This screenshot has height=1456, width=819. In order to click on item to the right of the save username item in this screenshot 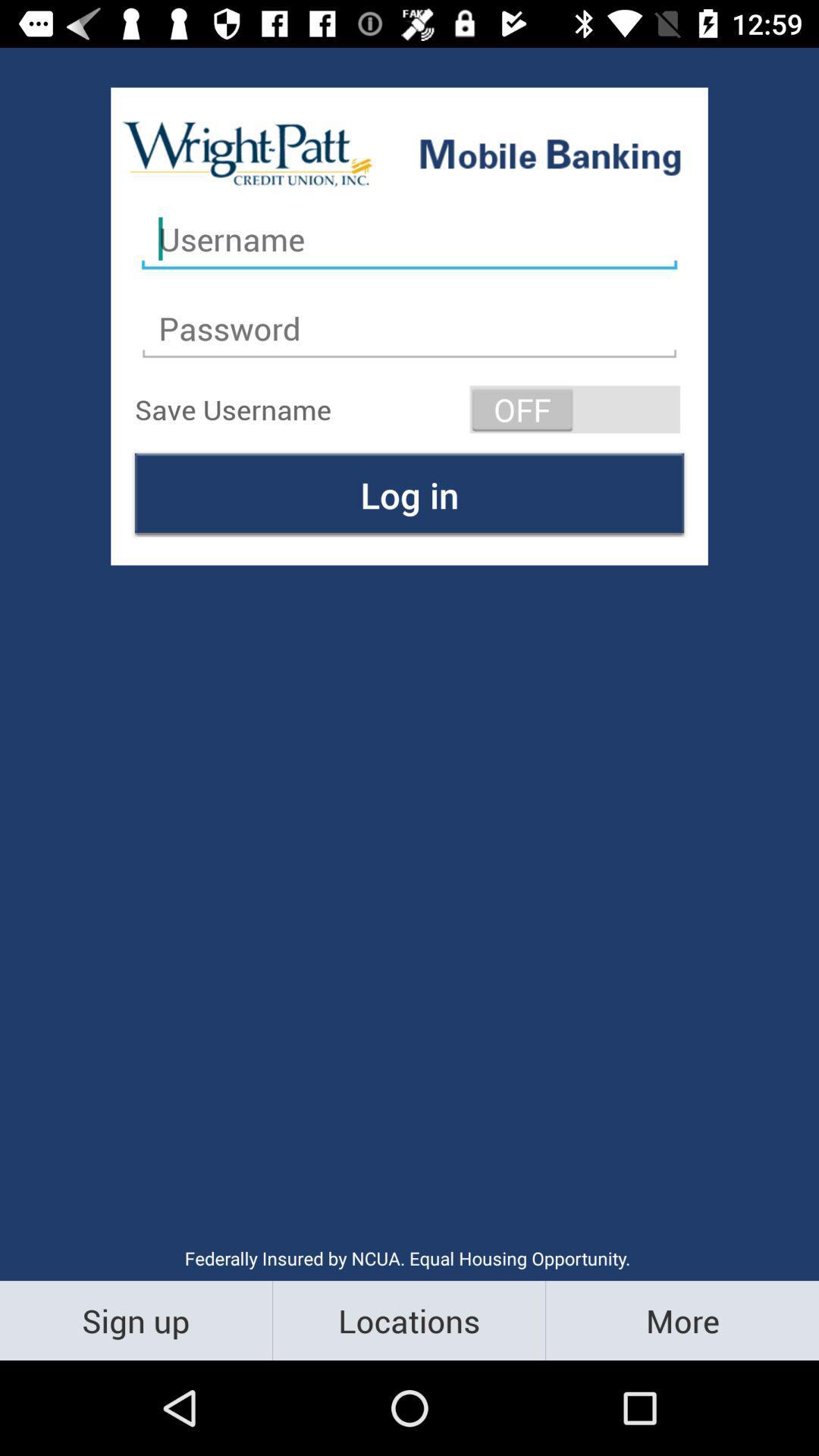, I will do `click(575, 409)`.